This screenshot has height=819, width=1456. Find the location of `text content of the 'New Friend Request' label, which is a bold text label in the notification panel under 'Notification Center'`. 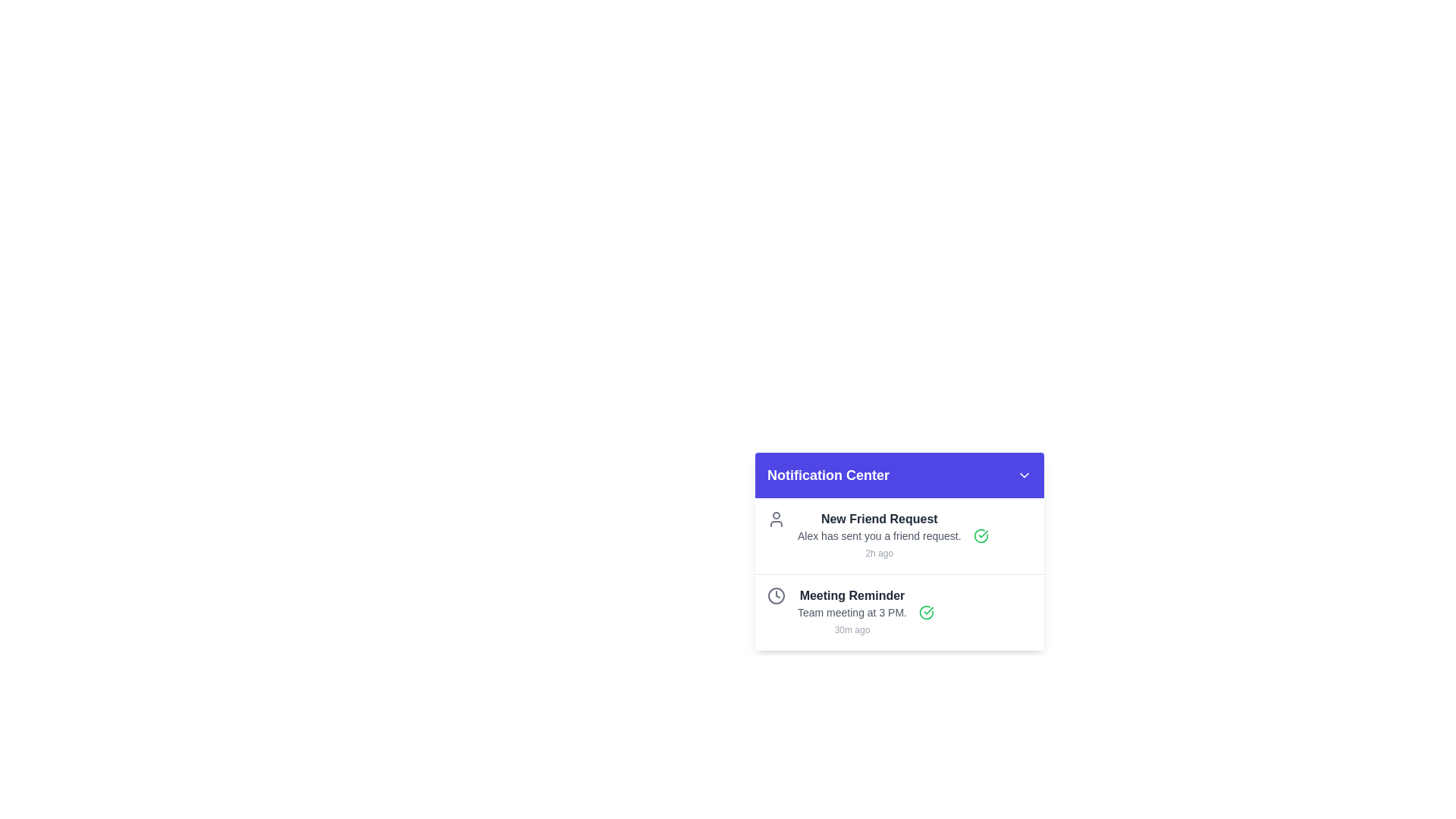

text content of the 'New Friend Request' label, which is a bold text label in the notification panel under 'Notification Center' is located at coordinates (879, 519).